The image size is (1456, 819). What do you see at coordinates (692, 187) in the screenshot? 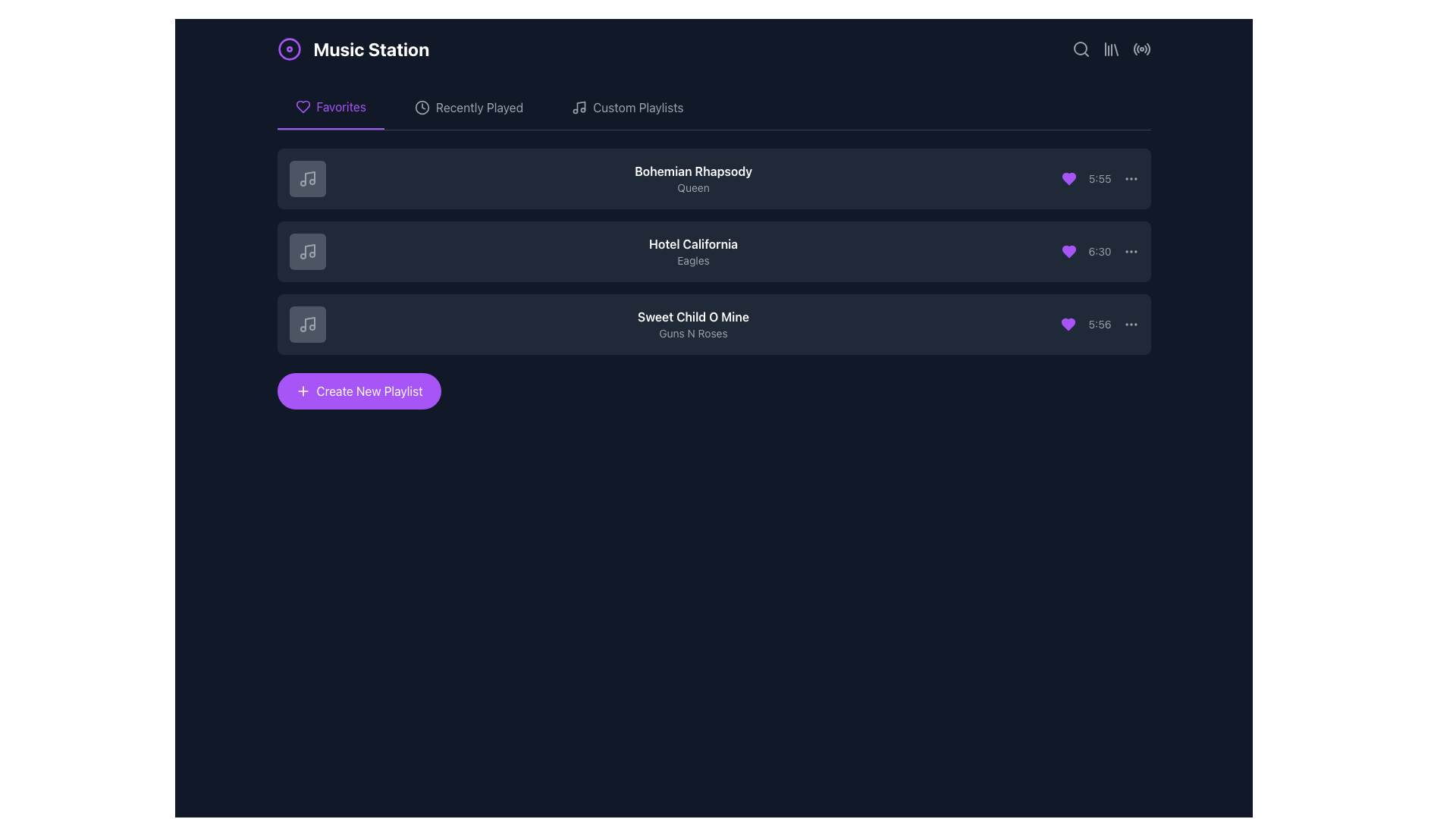
I see `the text label displaying 'Queen', which is styled in gray and located below 'Bohemian Rhapsody' in the playlist interface` at bounding box center [692, 187].